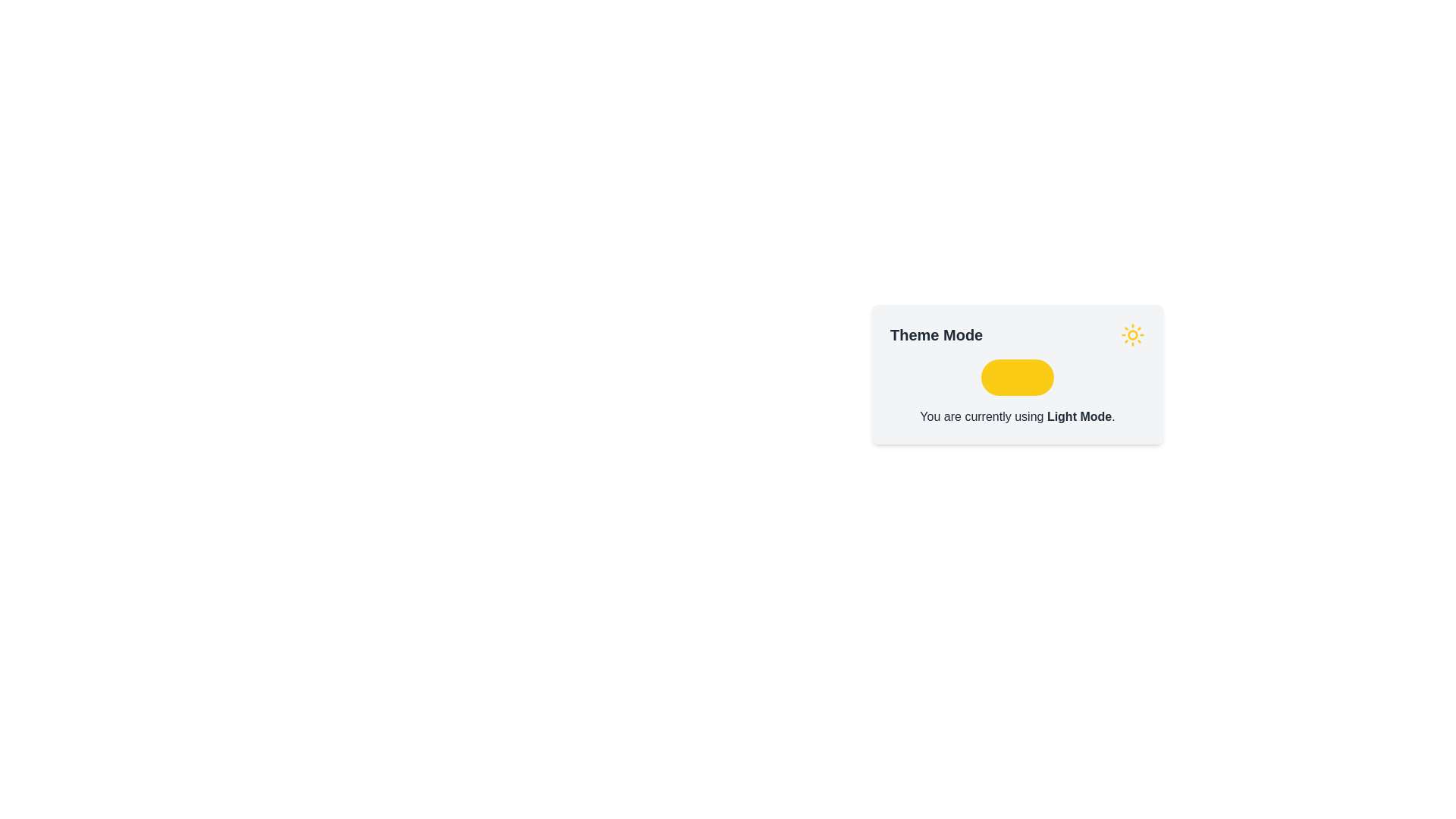  Describe the element at coordinates (1078, 416) in the screenshot. I see `text label 'Light Mode' located at the bottom of the UI card component, which is styled in bold font` at that location.